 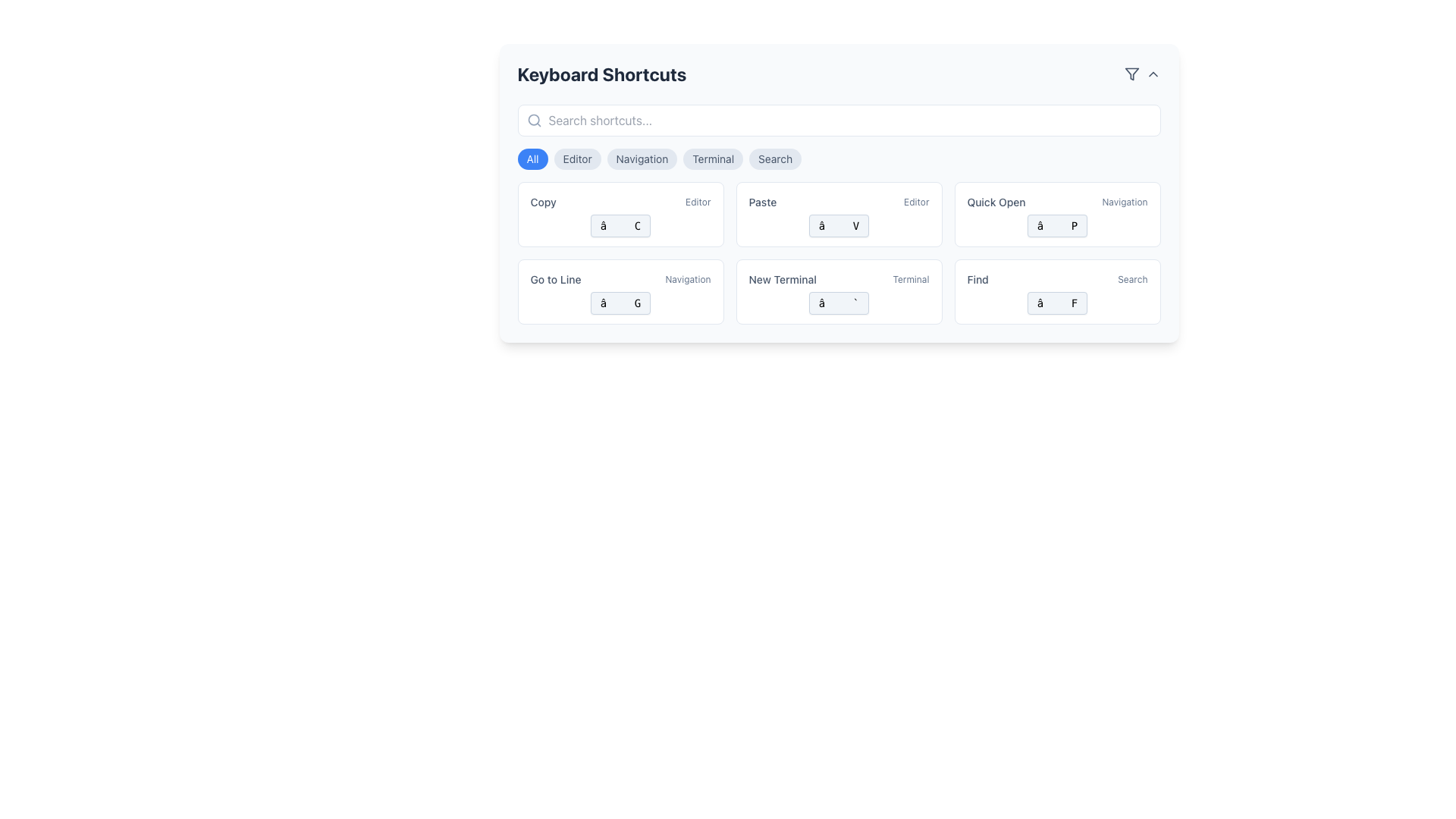 I want to click on the interactive card representing the keyboard shortcut for 'Find', located at the bottom-right of the grid layout, so click(x=1056, y=292).